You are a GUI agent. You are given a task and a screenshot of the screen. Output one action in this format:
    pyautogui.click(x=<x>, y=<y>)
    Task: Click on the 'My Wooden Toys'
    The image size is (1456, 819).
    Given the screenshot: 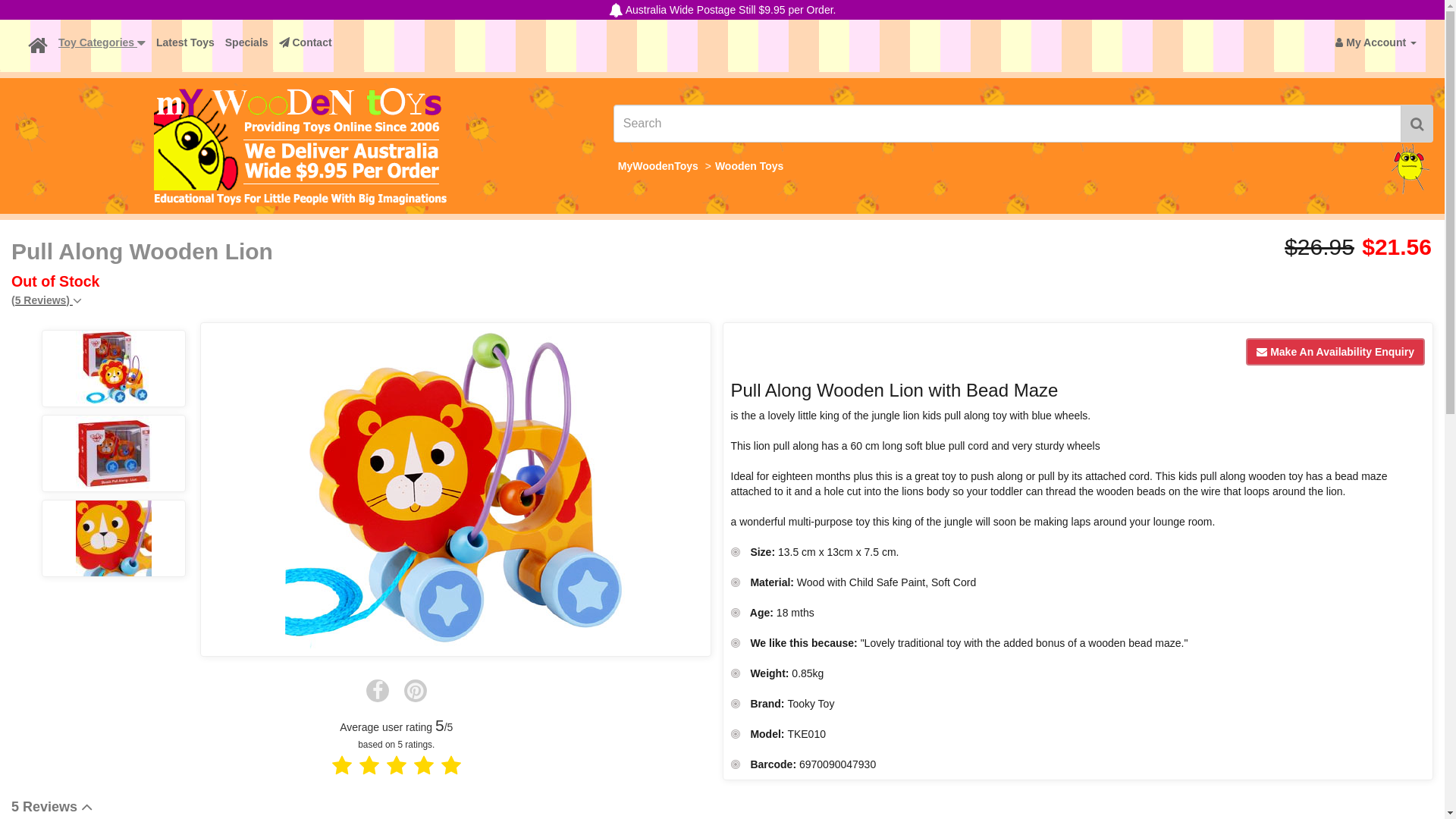 What is the action you would take?
    pyautogui.click(x=300, y=146)
    